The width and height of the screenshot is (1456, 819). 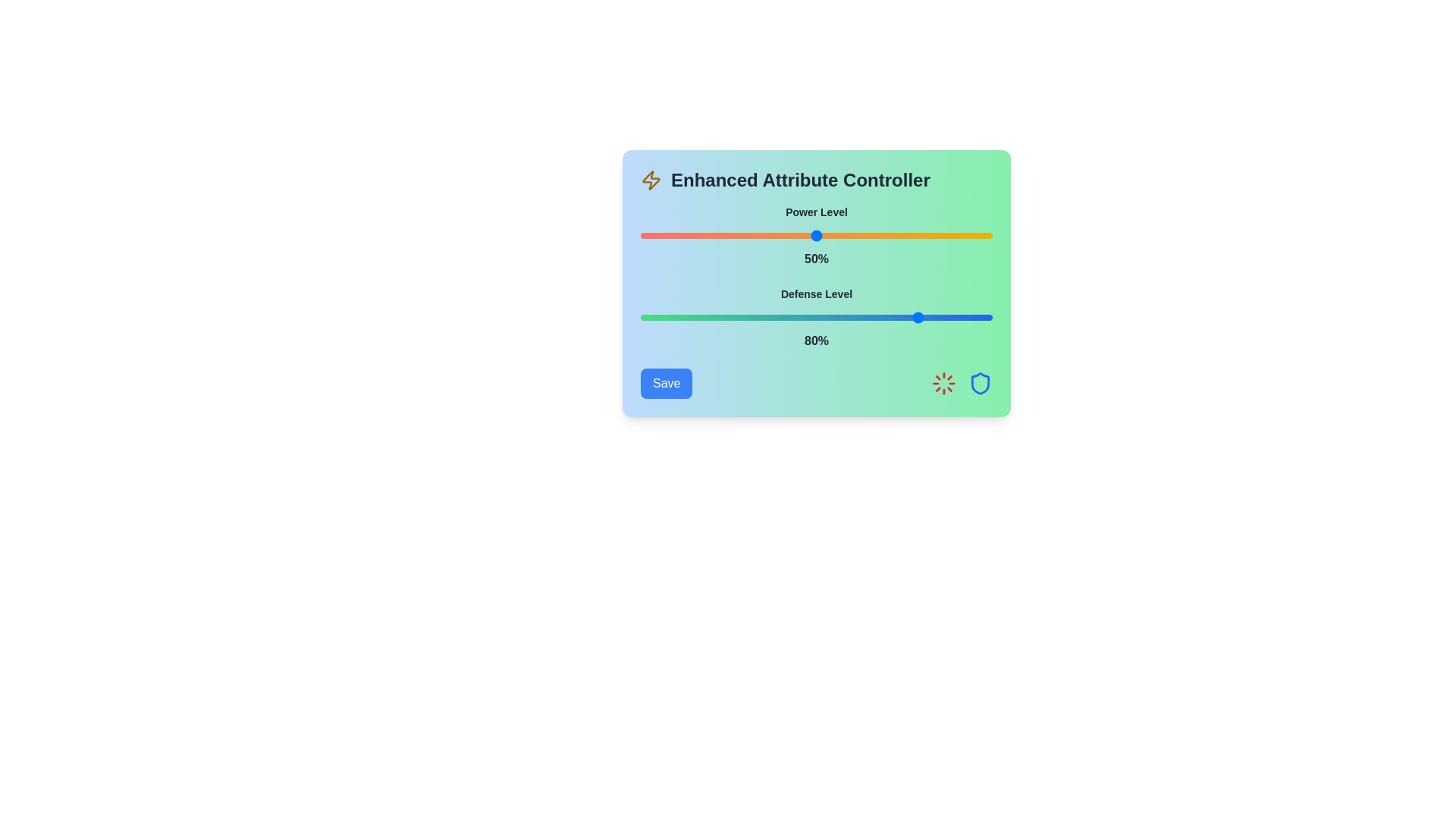 What do you see at coordinates (686, 236) in the screenshot?
I see `the Power Level slider to 13%` at bounding box center [686, 236].